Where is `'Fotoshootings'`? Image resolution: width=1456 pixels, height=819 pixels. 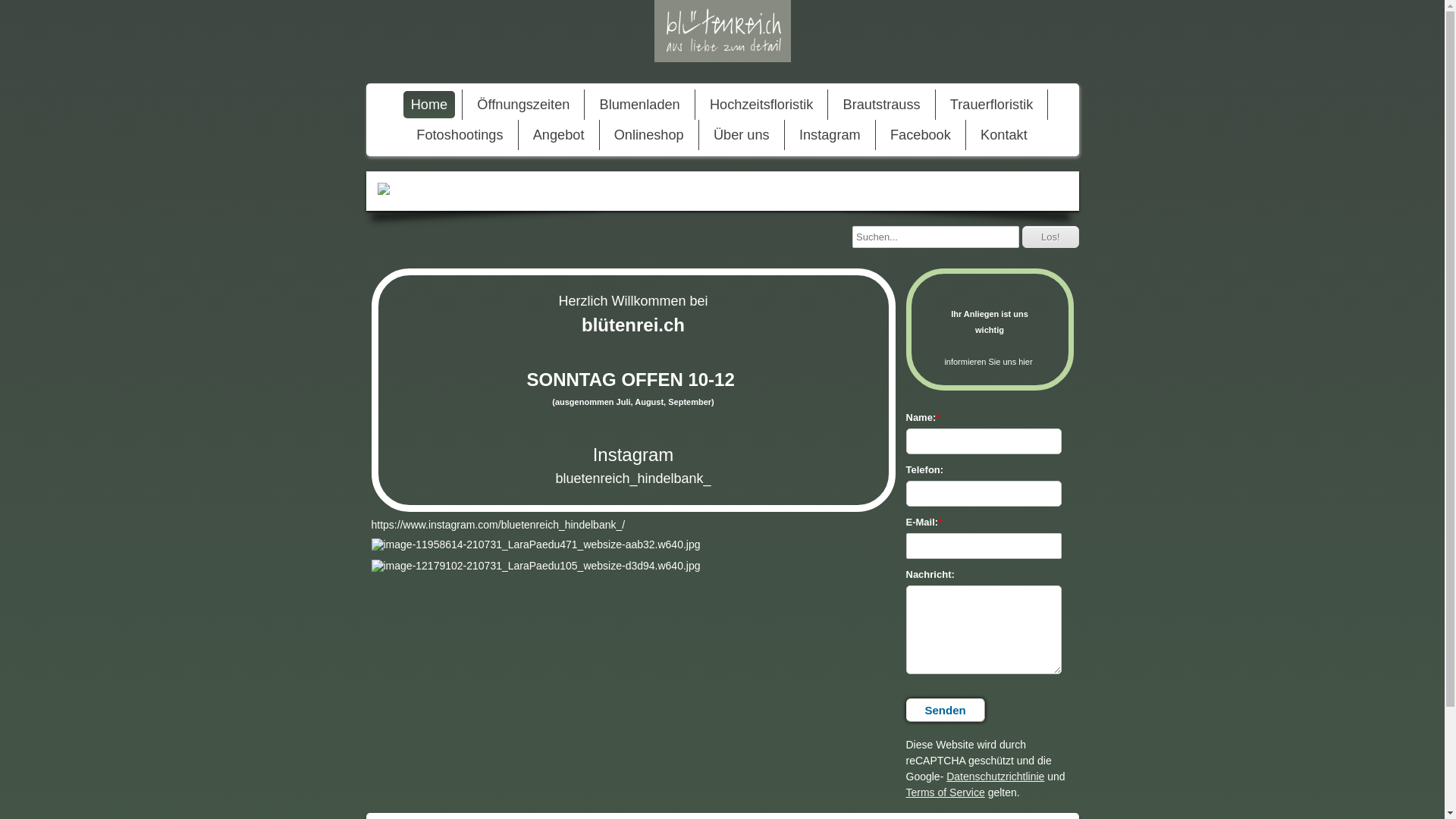 'Fotoshootings' is located at coordinates (458, 133).